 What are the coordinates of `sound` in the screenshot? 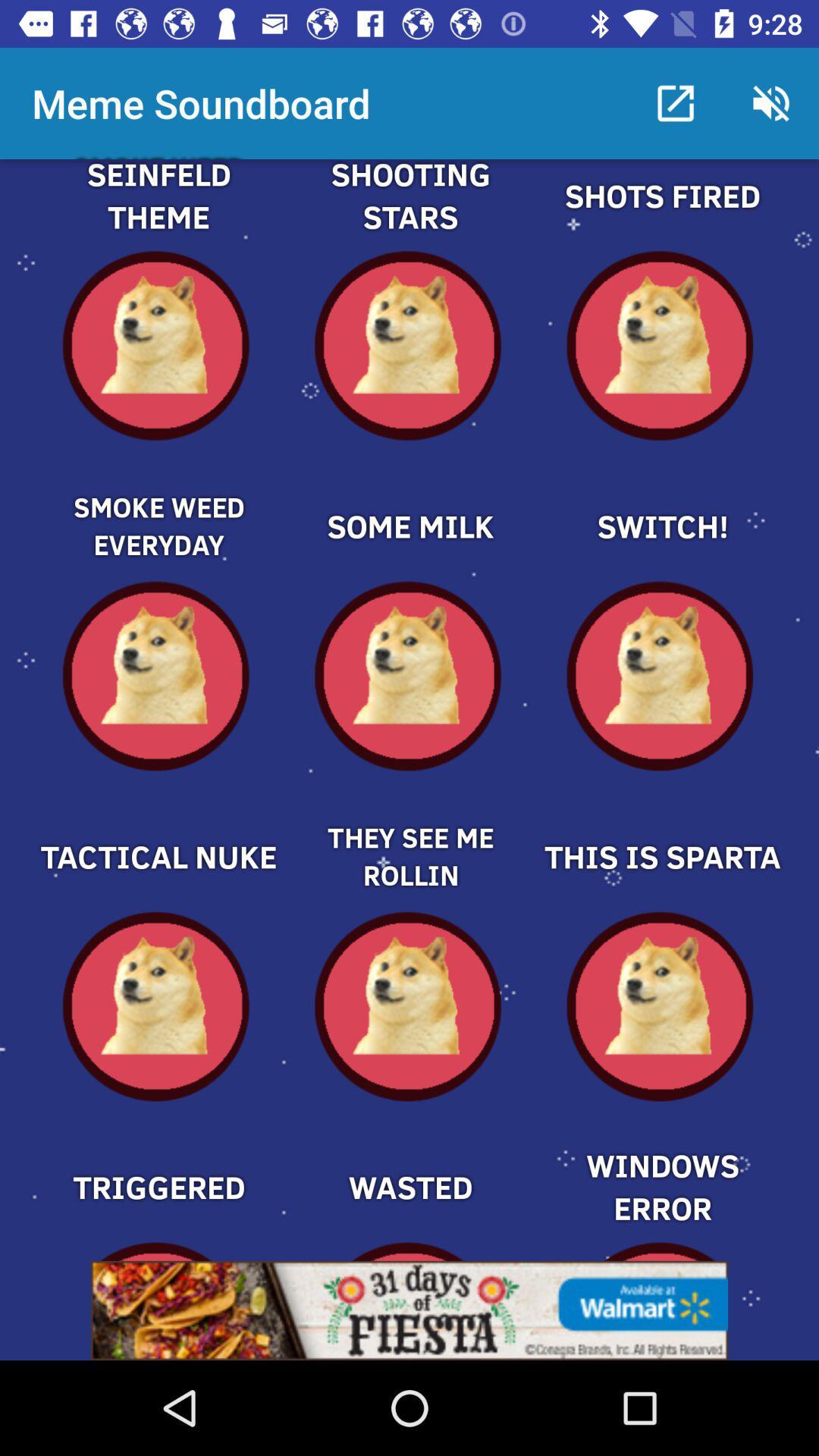 It's located at (409, 500).